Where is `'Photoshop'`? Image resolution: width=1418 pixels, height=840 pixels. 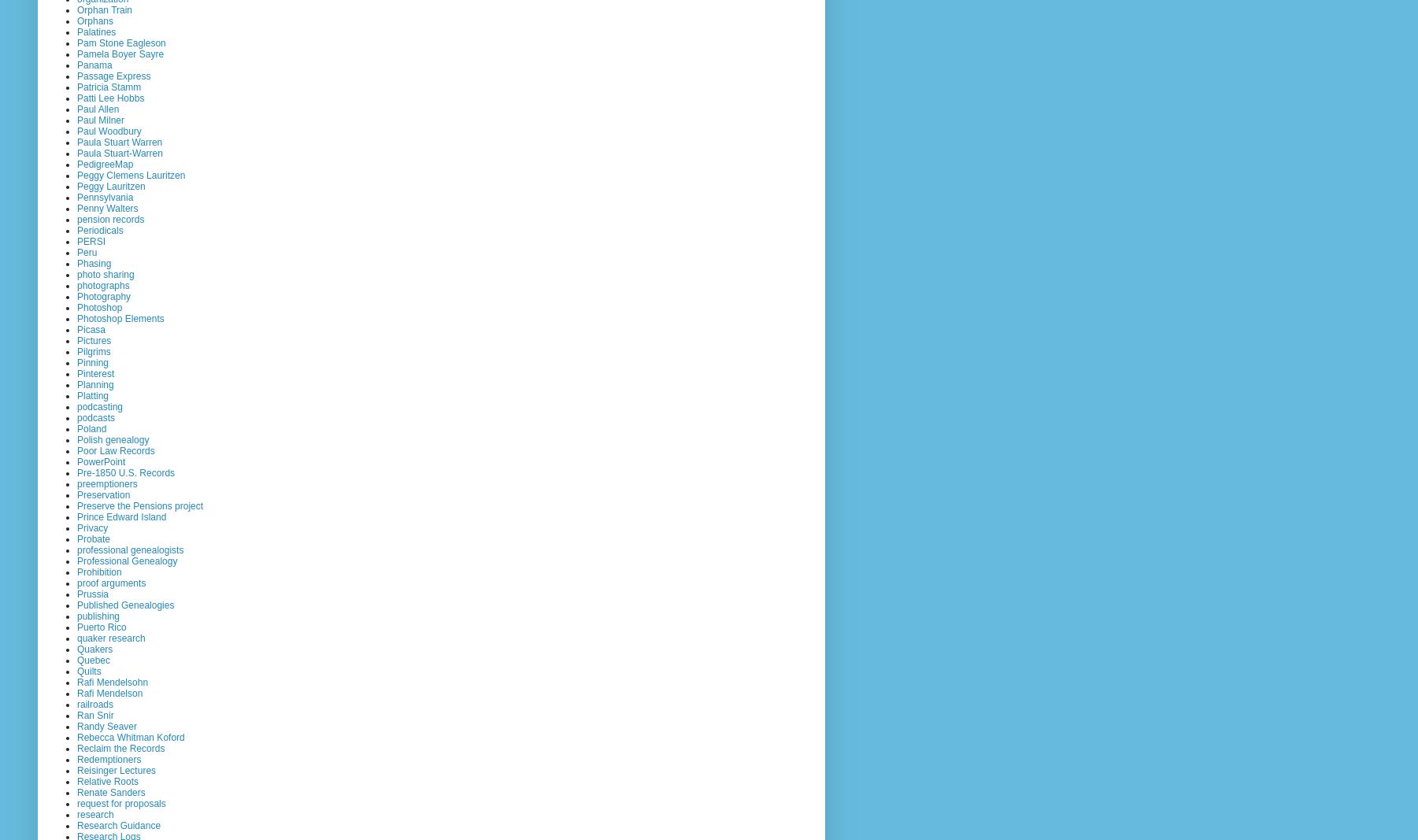
'Photoshop' is located at coordinates (99, 305).